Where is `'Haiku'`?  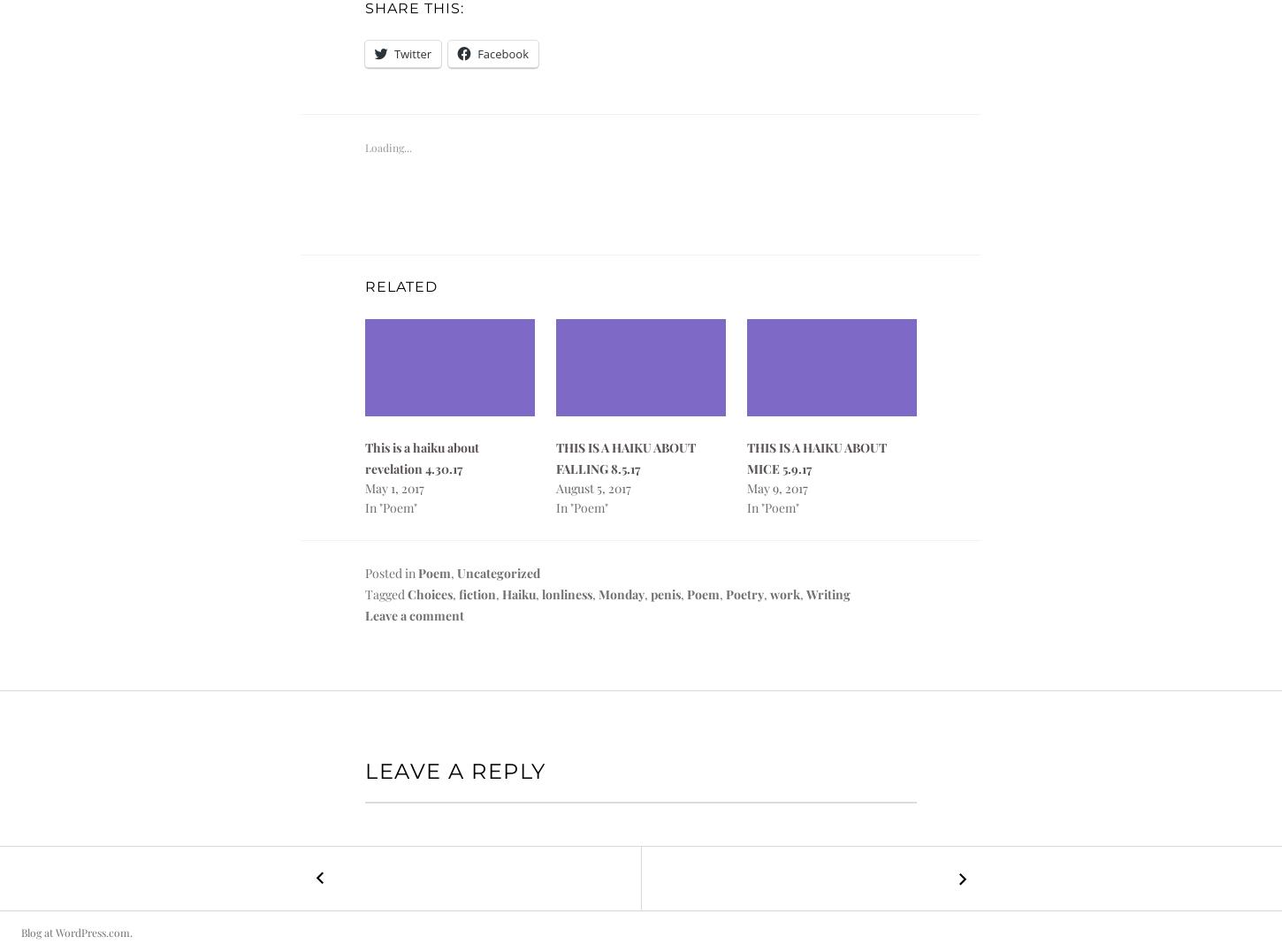 'Haiku' is located at coordinates (518, 592).